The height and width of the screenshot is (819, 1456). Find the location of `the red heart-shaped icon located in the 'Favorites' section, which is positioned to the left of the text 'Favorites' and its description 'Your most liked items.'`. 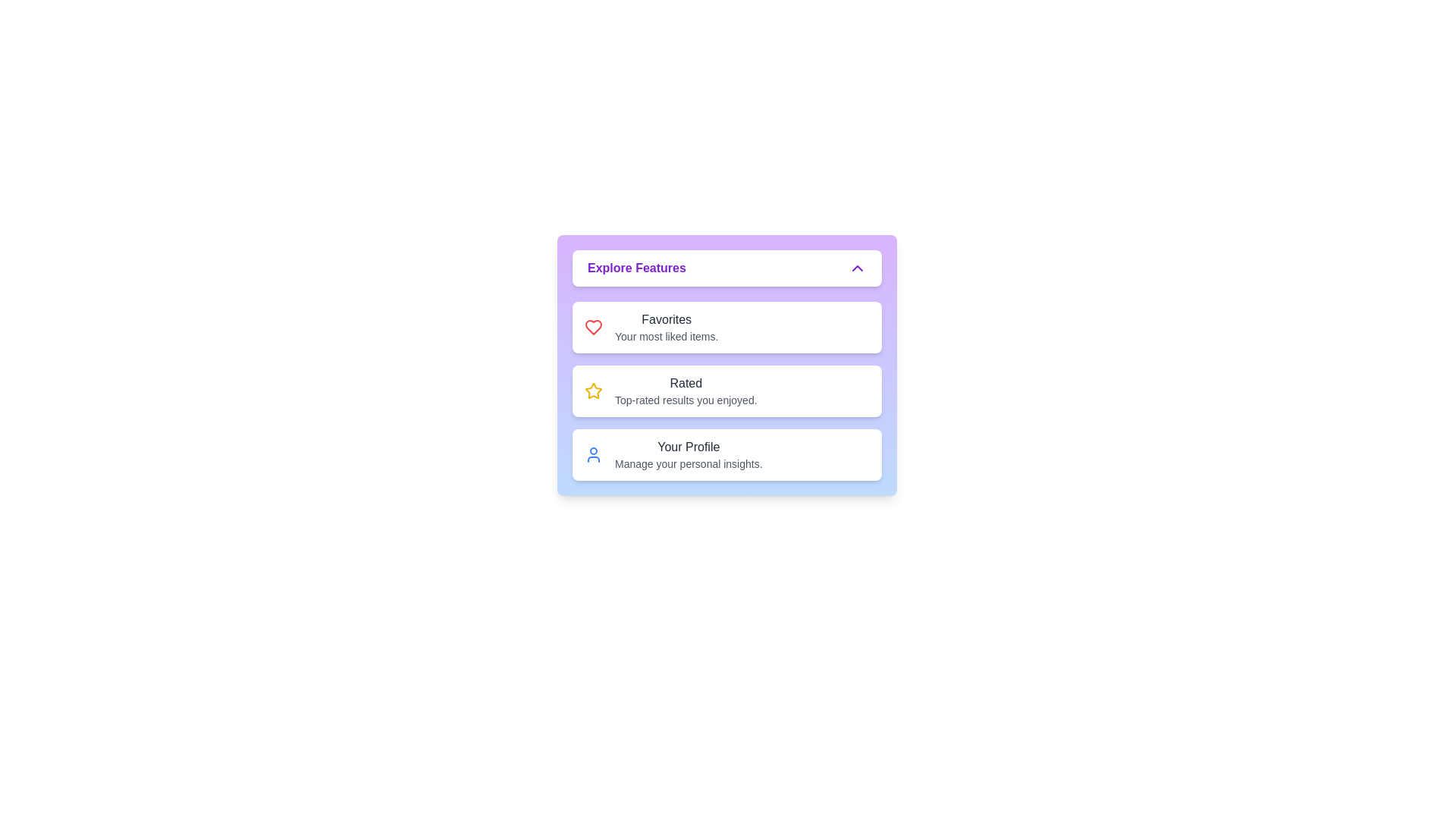

the red heart-shaped icon located in the 'Favorites' section, which is positioned to the left of the text 'Favorites' and its description 'Your most liked items.' is located at coordinates (592, 327).